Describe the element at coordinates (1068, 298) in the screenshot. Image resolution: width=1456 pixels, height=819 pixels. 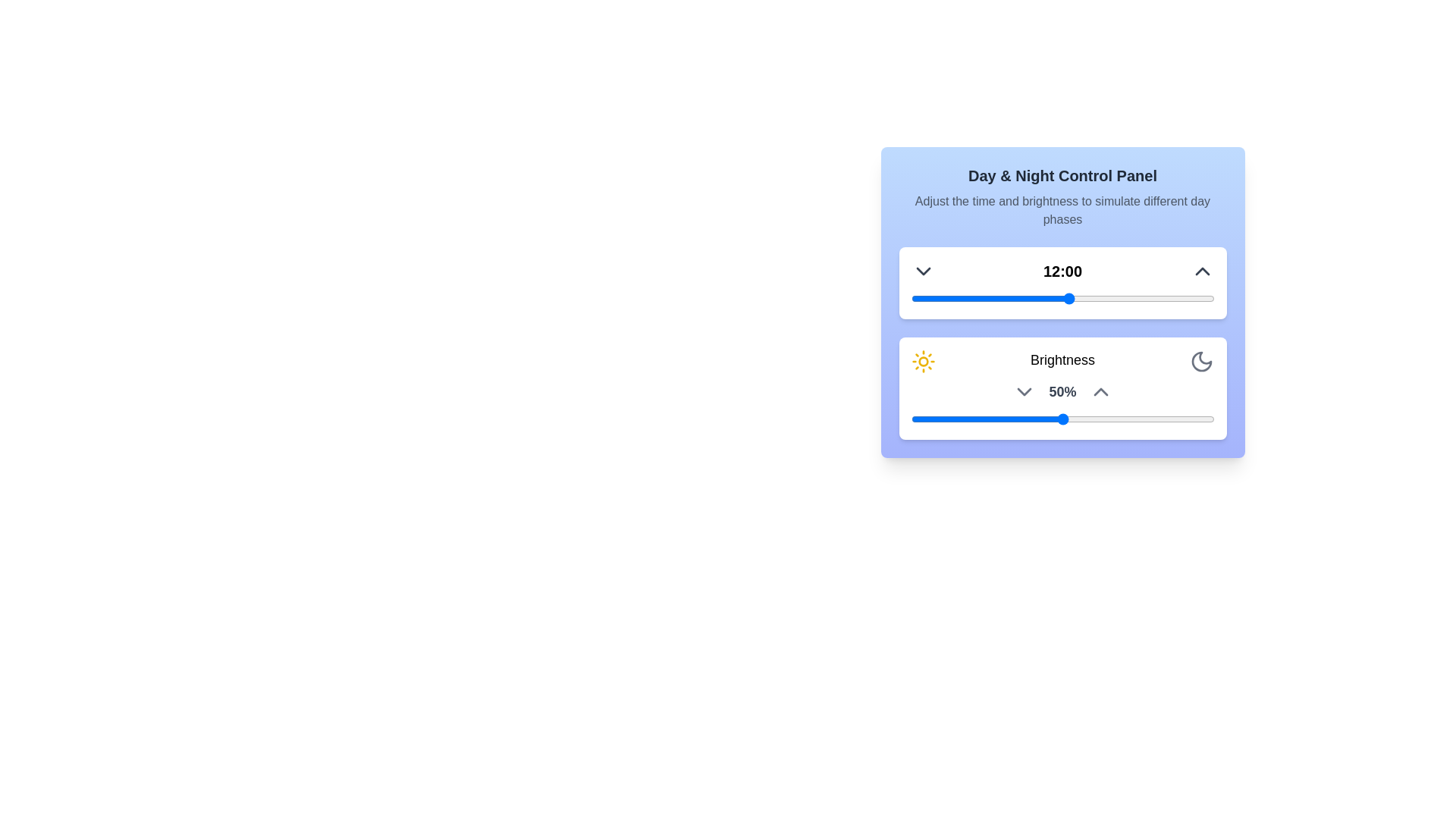
I see `the time` at that location.